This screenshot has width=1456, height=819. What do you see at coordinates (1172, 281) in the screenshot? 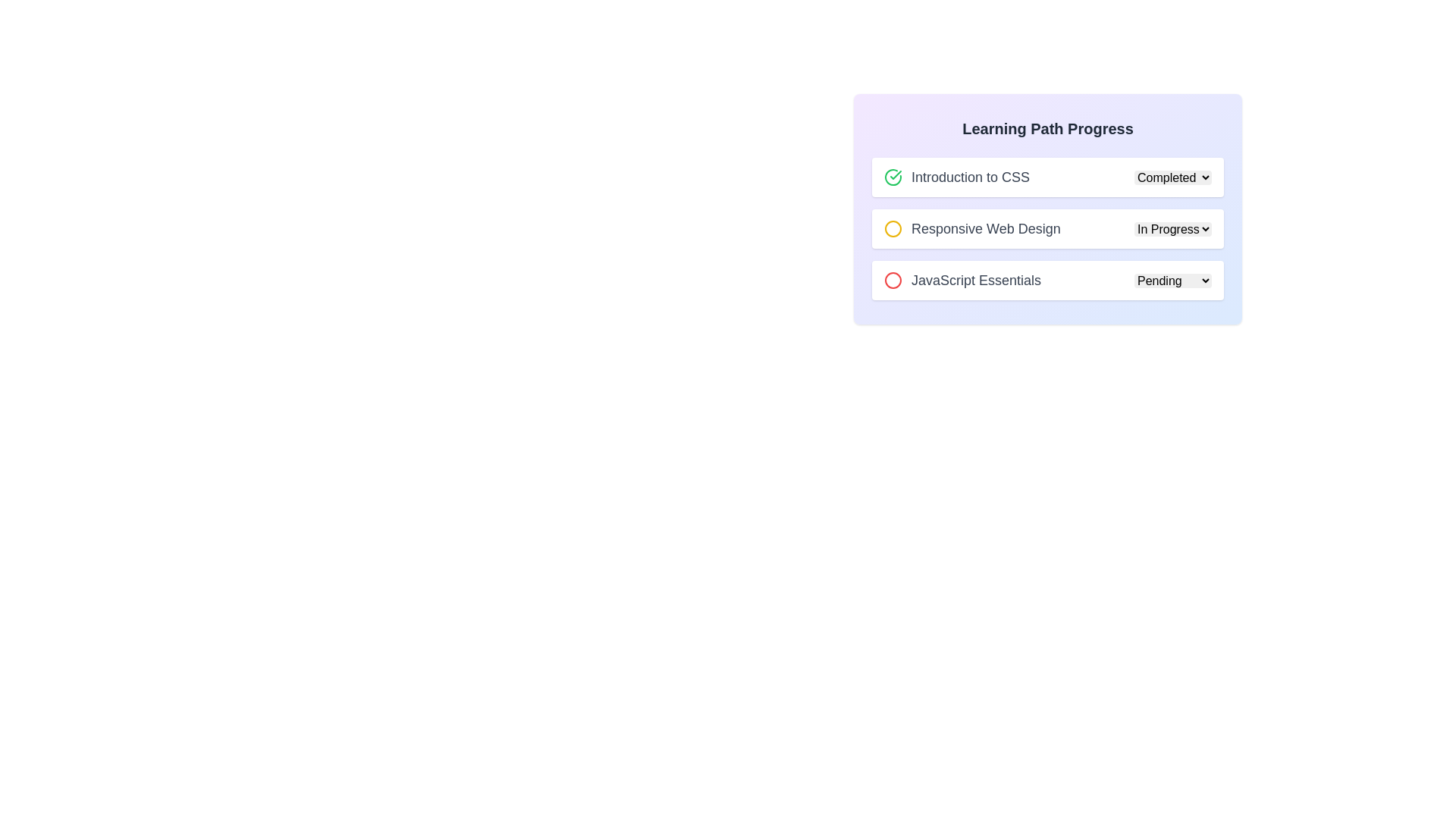
I see `the dropdown menu for selecting the status of the 'JavaScript Essentials' course using keyboard shortcuts` at bounding box center [1172, 281].